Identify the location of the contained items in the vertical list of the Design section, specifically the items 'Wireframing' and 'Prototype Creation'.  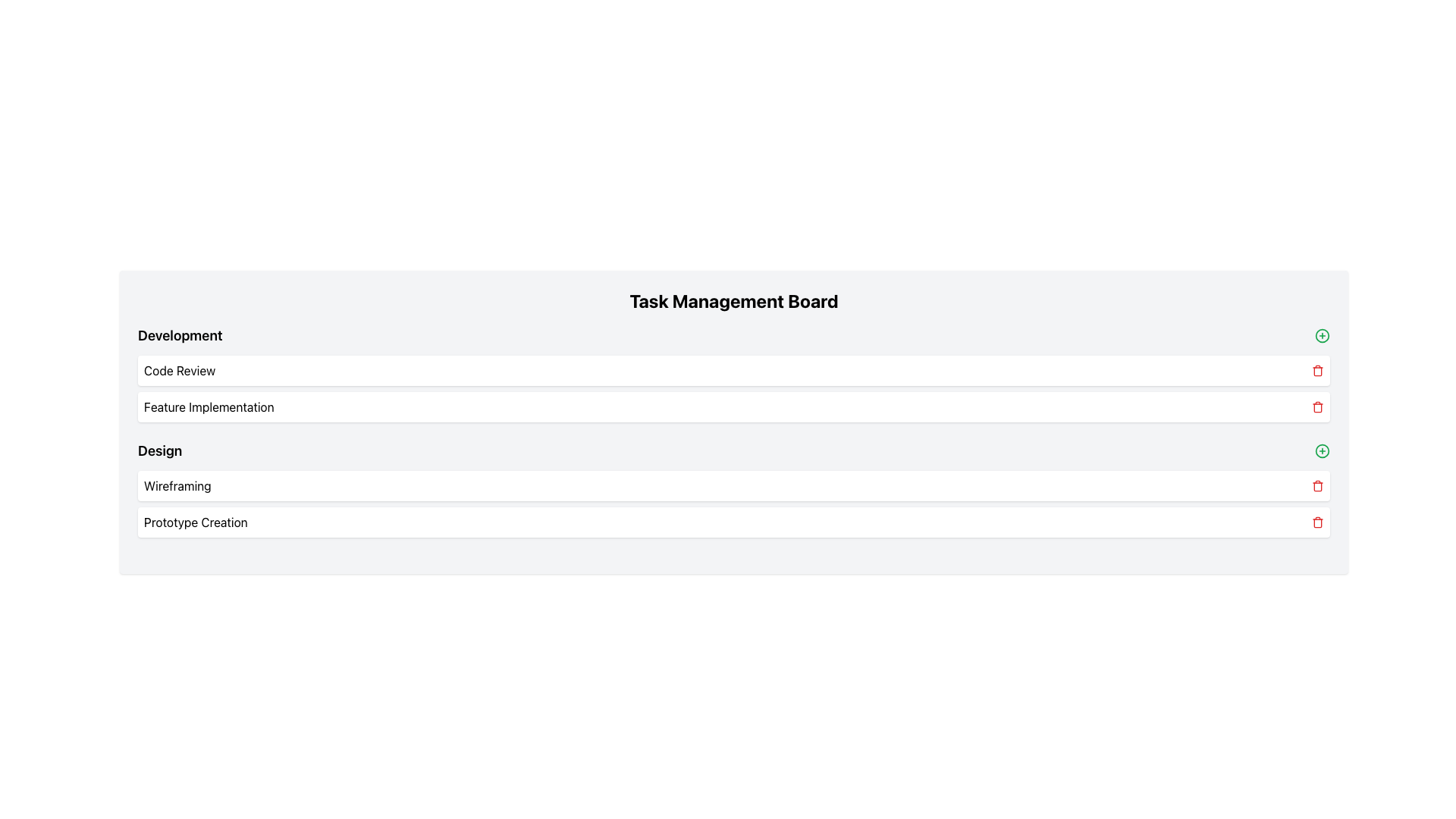
(734, 504).